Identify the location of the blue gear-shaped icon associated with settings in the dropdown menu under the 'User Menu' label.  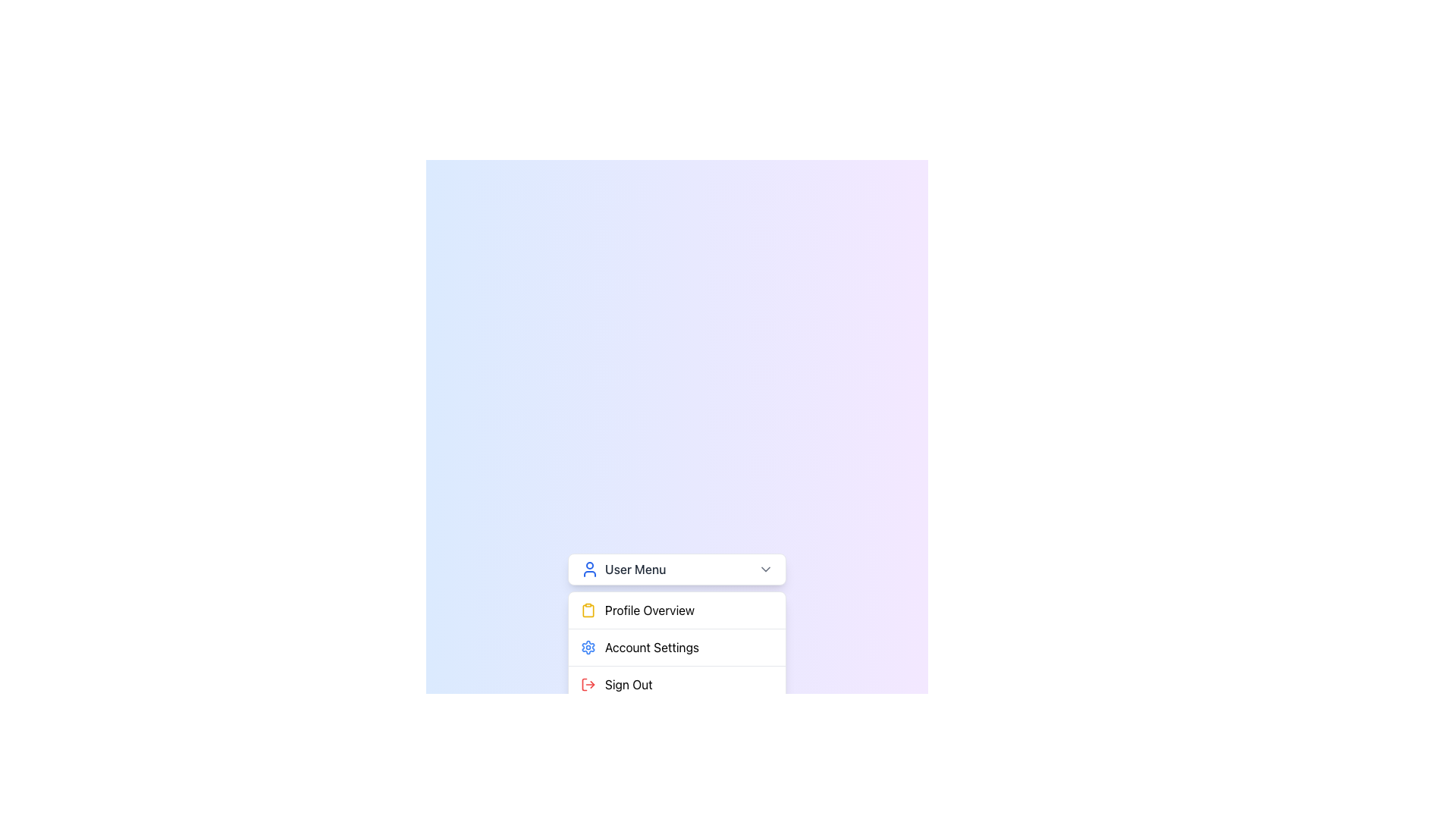
(588, 647).